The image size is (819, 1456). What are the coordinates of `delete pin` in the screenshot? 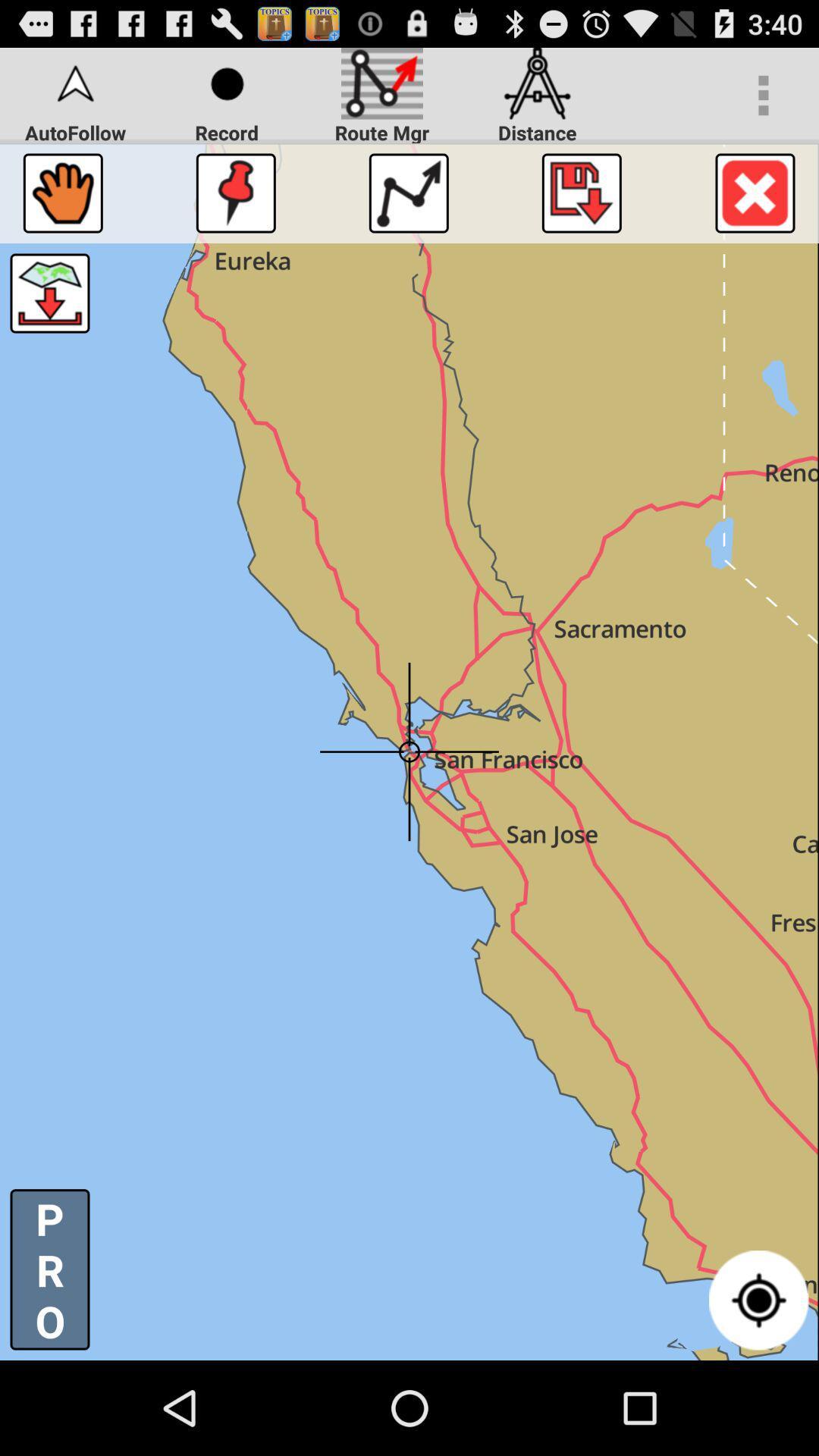 It's located at (755, 192).